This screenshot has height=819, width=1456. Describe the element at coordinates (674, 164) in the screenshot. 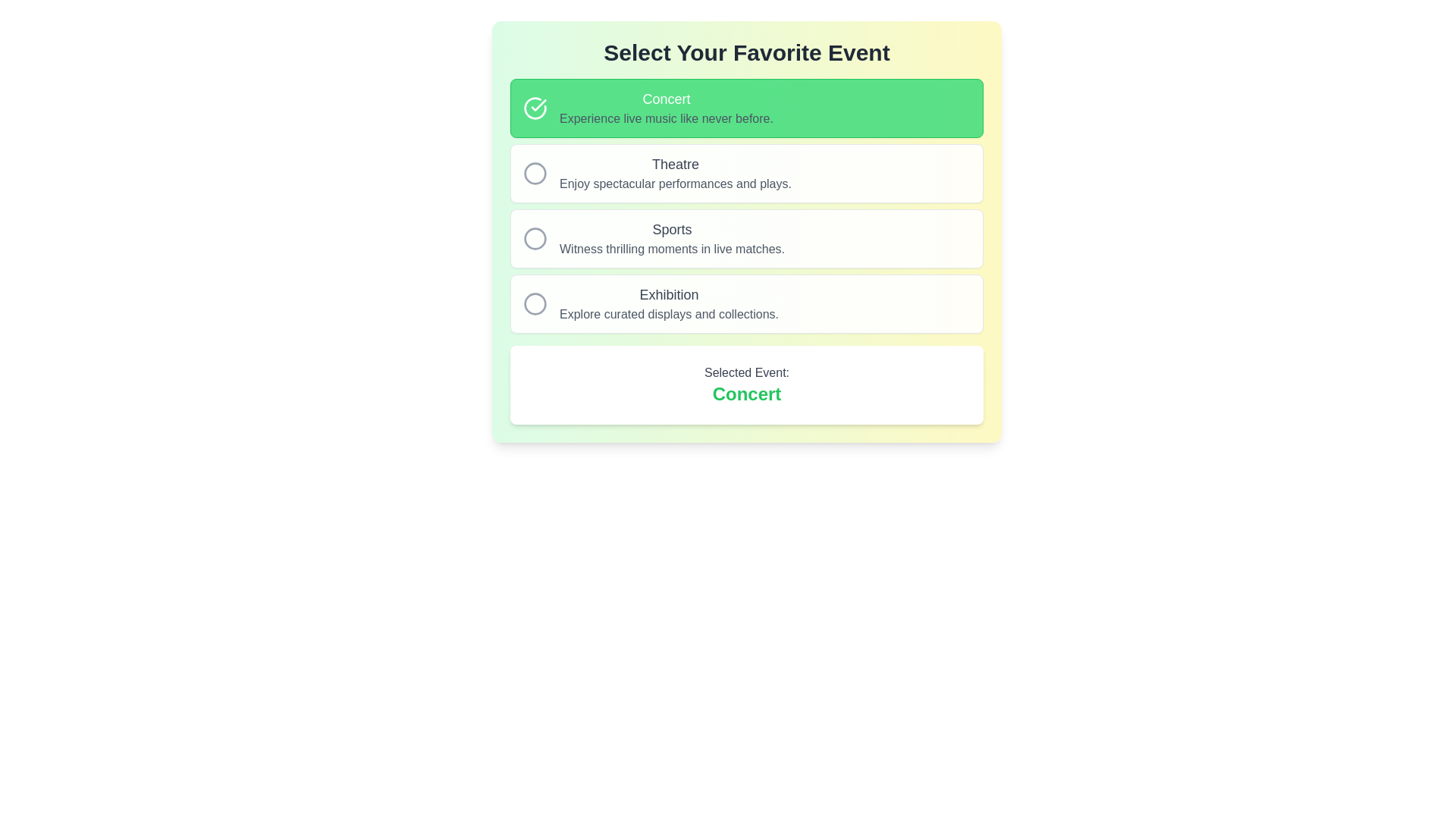

I see `text content of the 'Theatre' label, which is displayed in a bold font style and dark gray color, positioned between the 'Concert' and 'Sports' options` at that location.